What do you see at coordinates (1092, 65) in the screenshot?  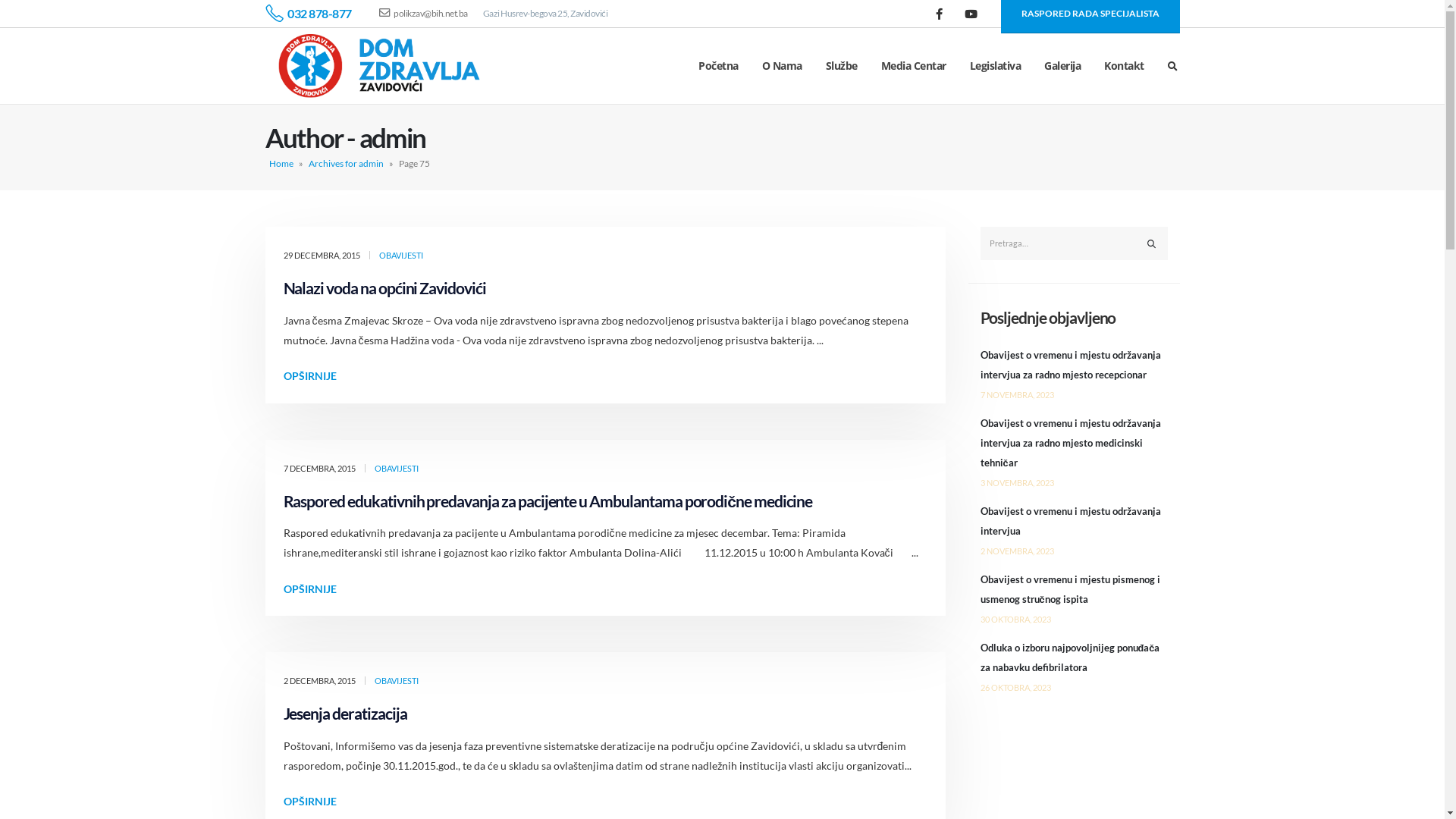 I see `'Kontakt'` at bounding box center [1092, 65].